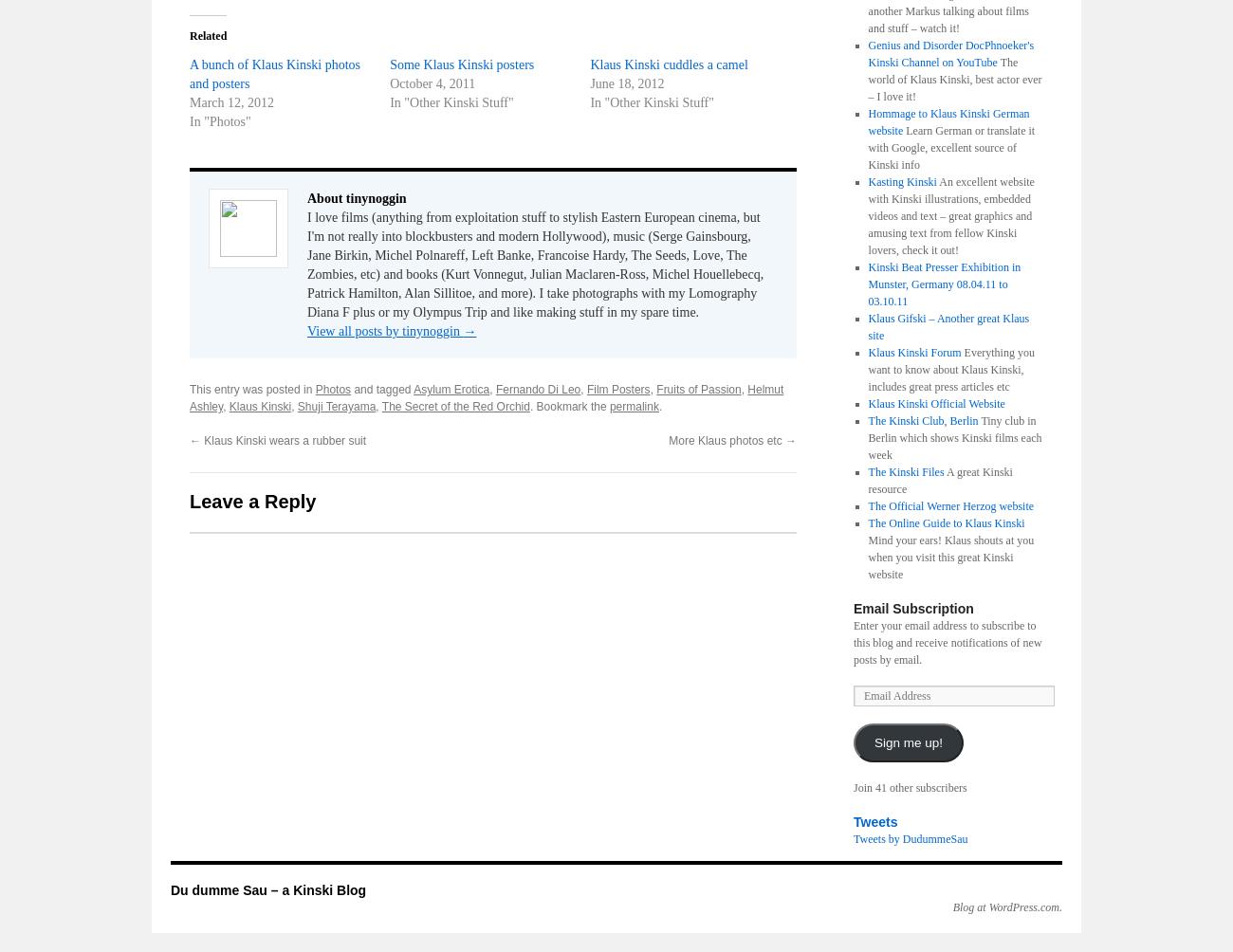 The width and height of the screenshot is (1233, 952). Describe the element at coordinates (251, 502) in the screenshot. I see `'Leave a Reply'` at that location.